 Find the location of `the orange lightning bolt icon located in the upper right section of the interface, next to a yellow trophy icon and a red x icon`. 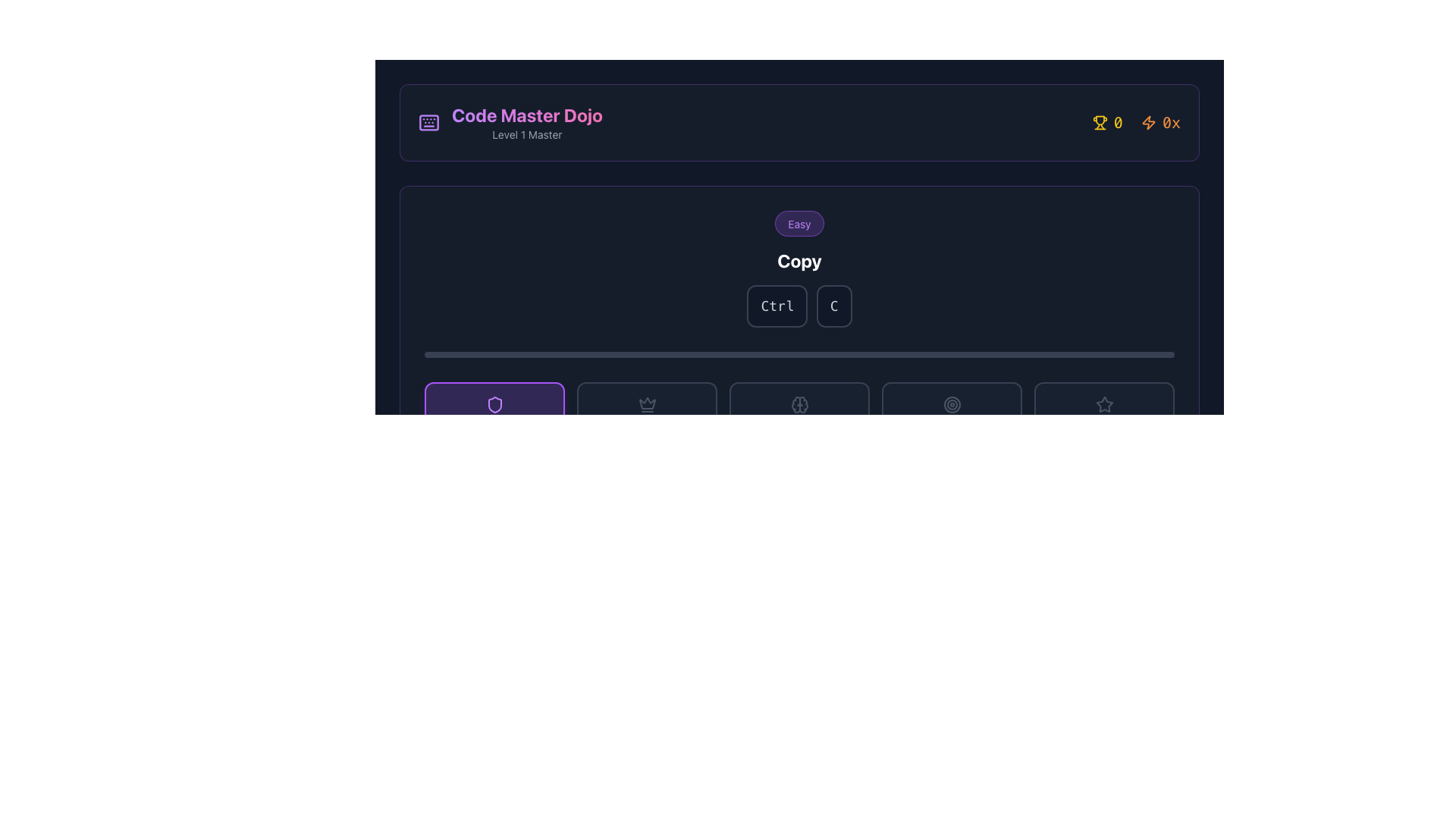

the orange lightning bolt icon located in the upper right section of the interface, next to a yellow trophy icon and a red x icon is located at coordinates (1148, 122).